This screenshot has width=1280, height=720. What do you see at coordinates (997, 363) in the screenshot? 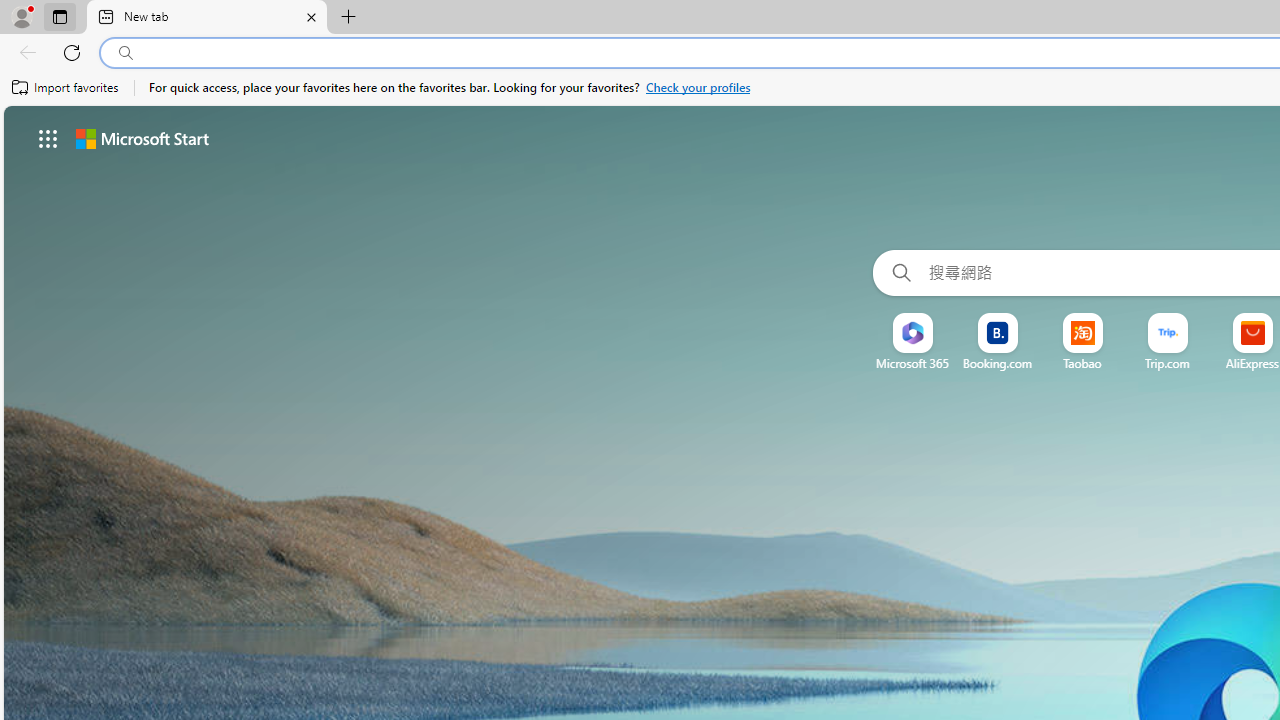
I see `'Booking.com'` at bounding box center [997, 363].